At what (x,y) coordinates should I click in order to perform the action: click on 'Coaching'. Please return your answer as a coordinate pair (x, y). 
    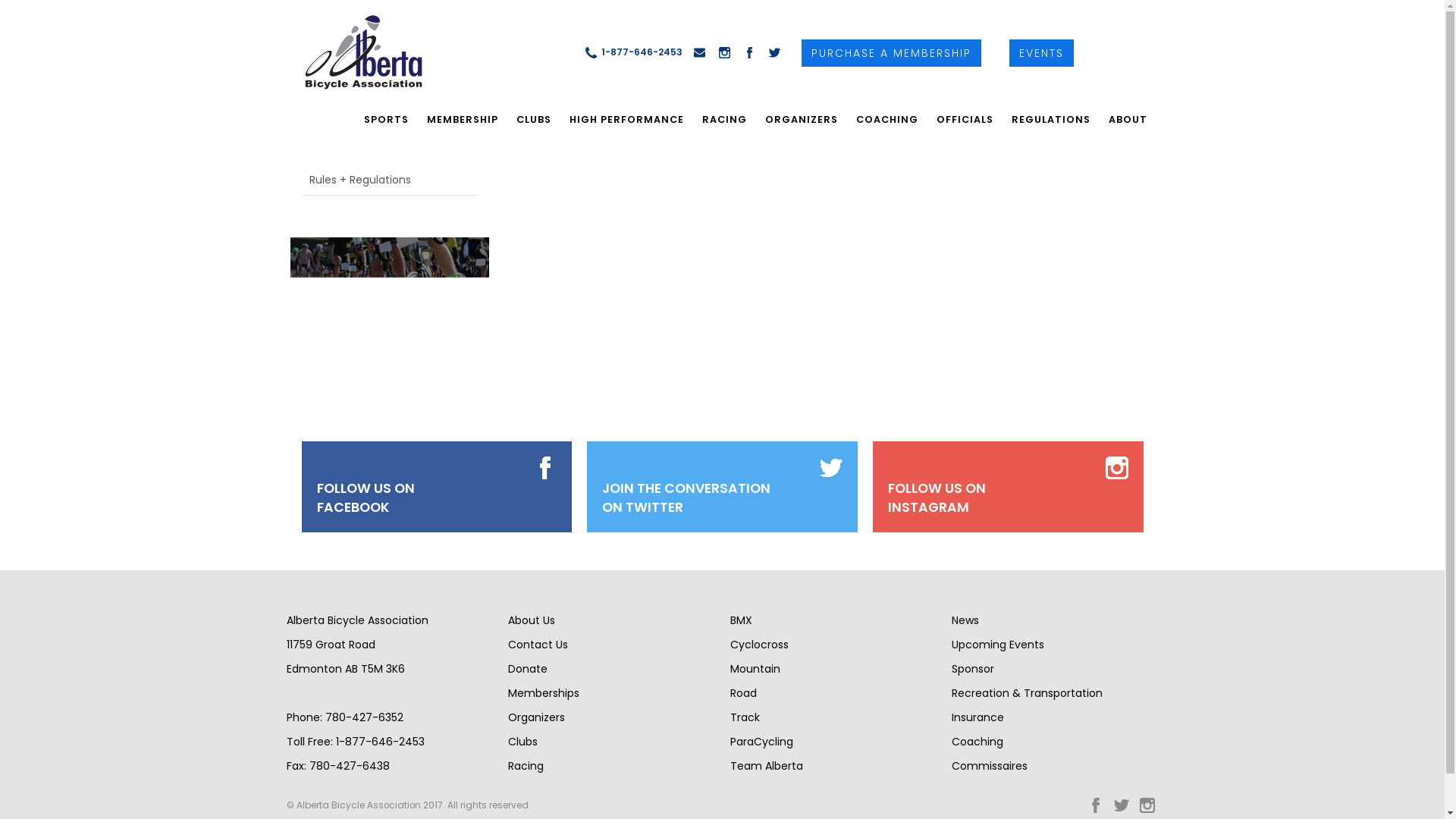
    Looking at the image, I should click on (950, 741).